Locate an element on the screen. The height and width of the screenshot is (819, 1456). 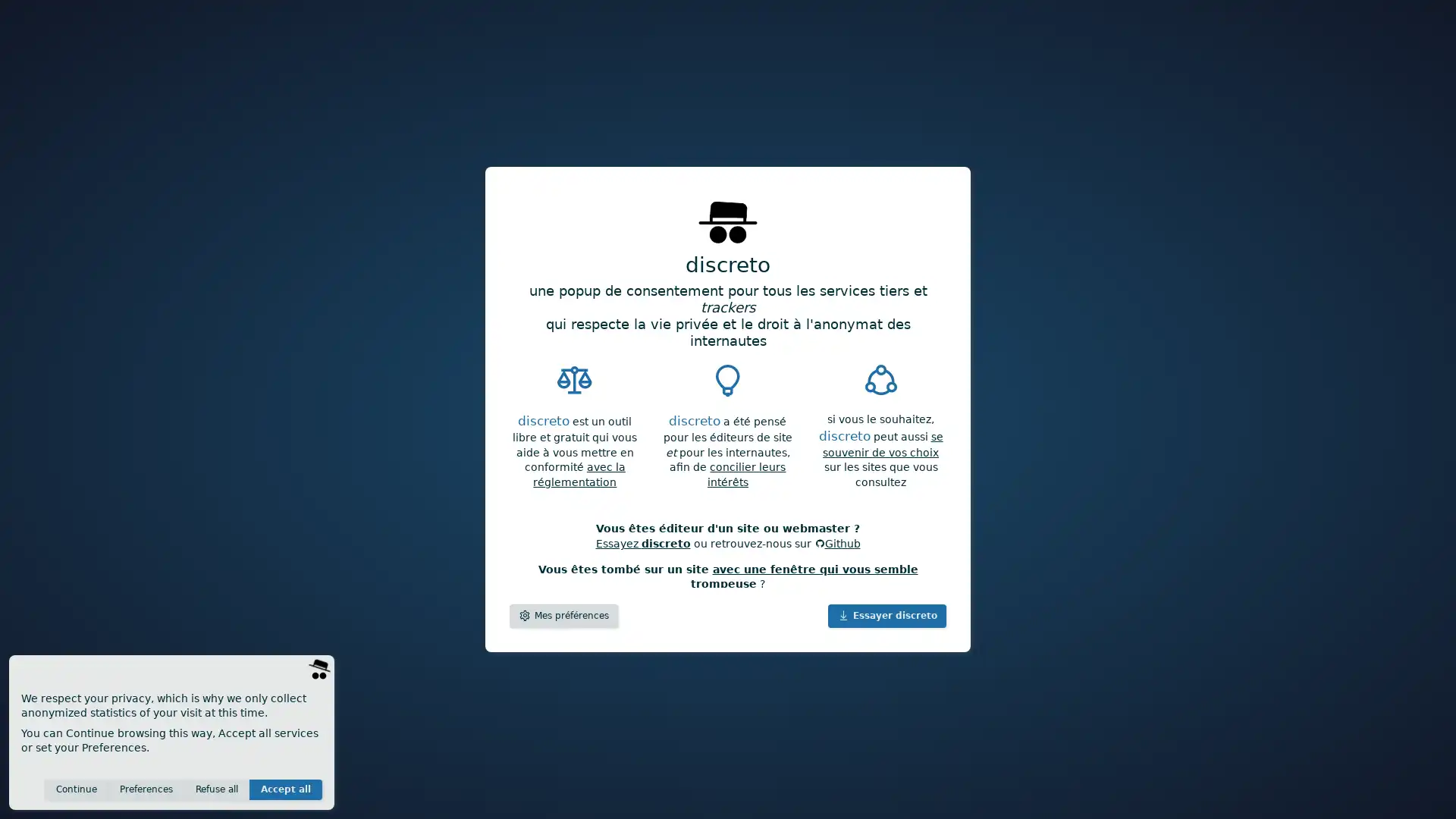
Anonymous is located at coordinates (176, 795).